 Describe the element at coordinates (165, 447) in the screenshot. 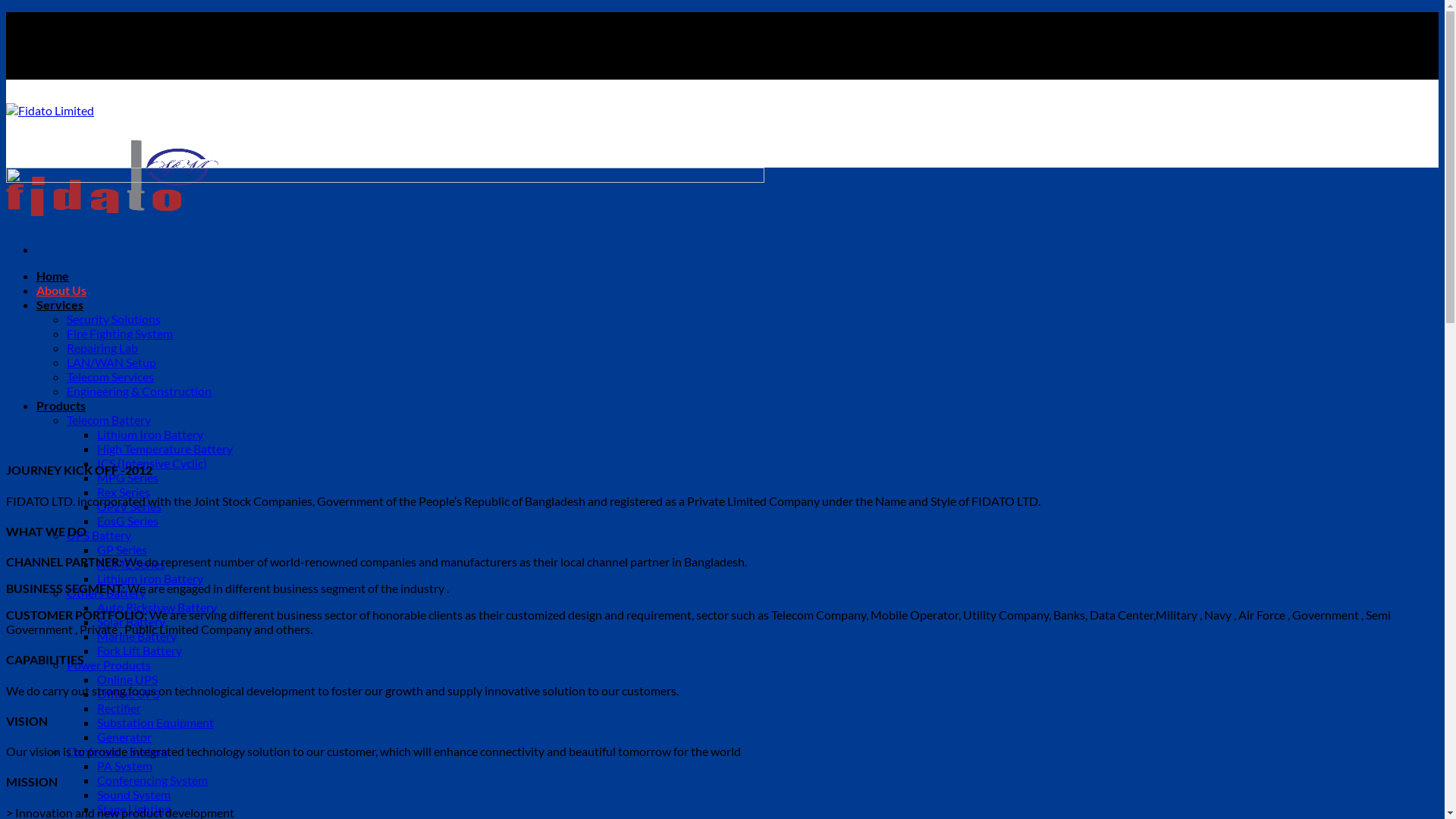

I see `'High Temperature Battery'` at that location.